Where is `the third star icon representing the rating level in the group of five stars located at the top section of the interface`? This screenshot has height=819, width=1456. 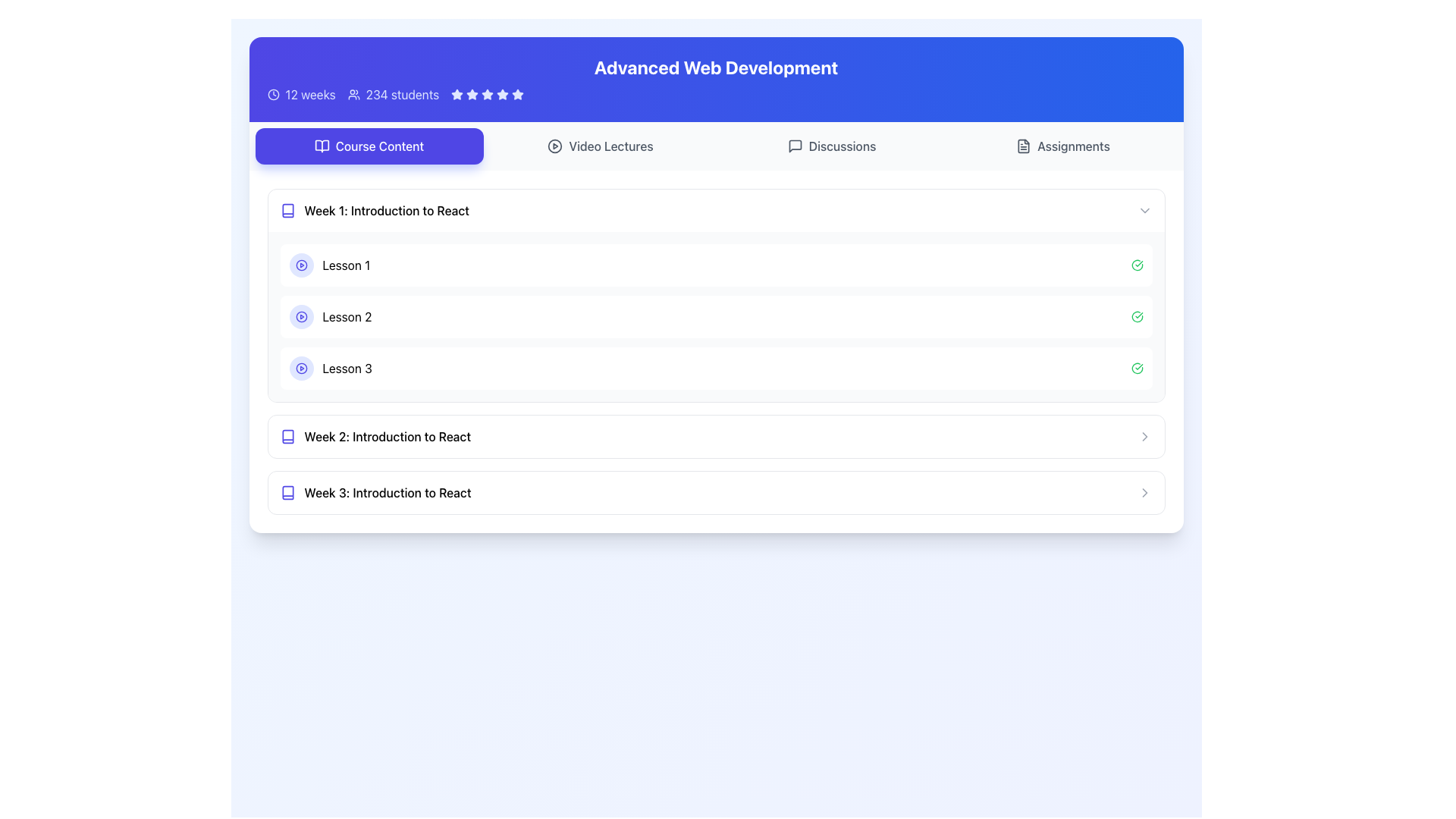
the third star icon representing the rating level in the group of five stars located at the top section of the interface is located at coordinates (472, 94).